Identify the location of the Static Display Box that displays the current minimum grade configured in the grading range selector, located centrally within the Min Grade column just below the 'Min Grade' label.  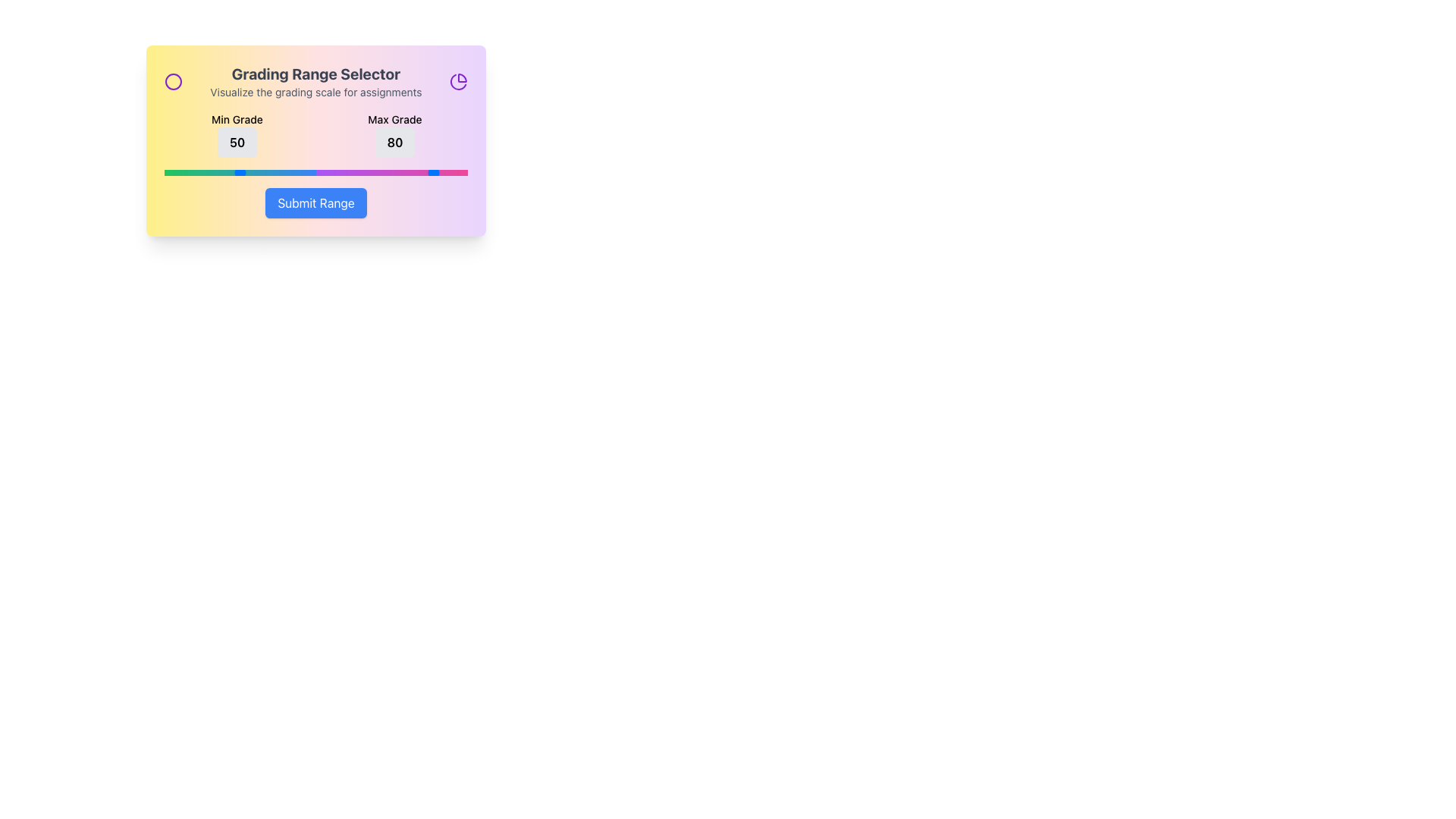
(236, 143).